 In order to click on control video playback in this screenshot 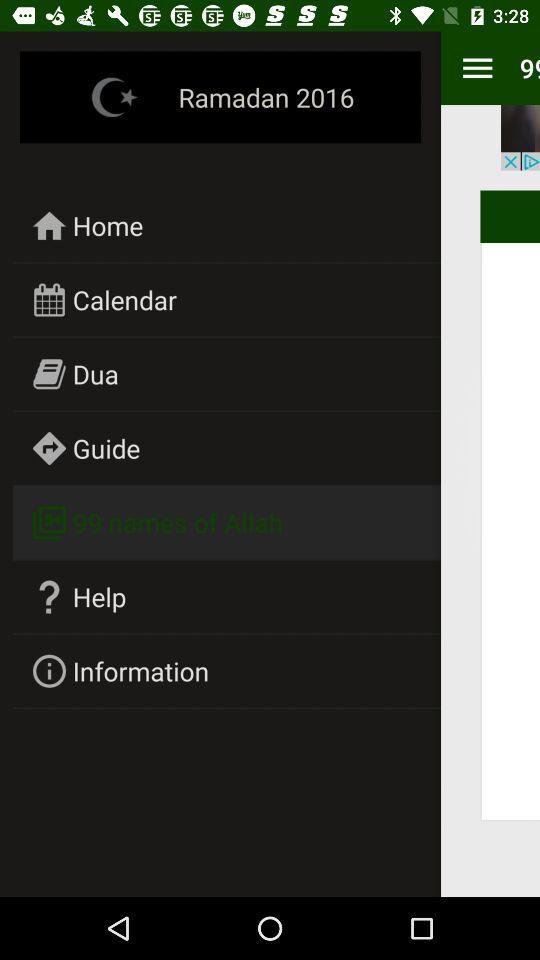, I will do `click(520, 136)`.